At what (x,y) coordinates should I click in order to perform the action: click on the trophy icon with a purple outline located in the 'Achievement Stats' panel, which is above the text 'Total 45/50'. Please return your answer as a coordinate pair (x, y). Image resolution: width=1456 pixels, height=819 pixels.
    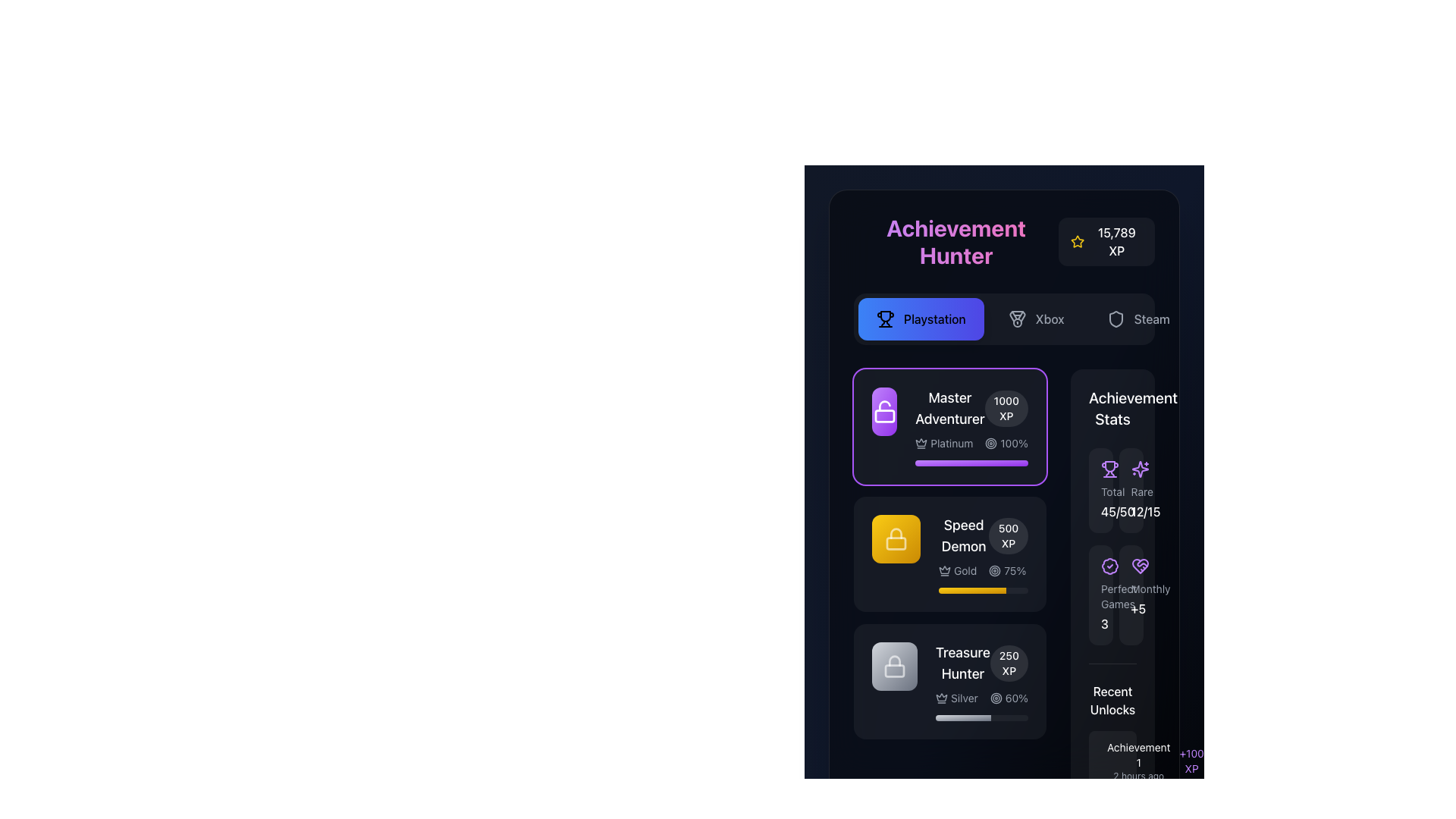
    Looking at the image, I should click on (1110, 468).